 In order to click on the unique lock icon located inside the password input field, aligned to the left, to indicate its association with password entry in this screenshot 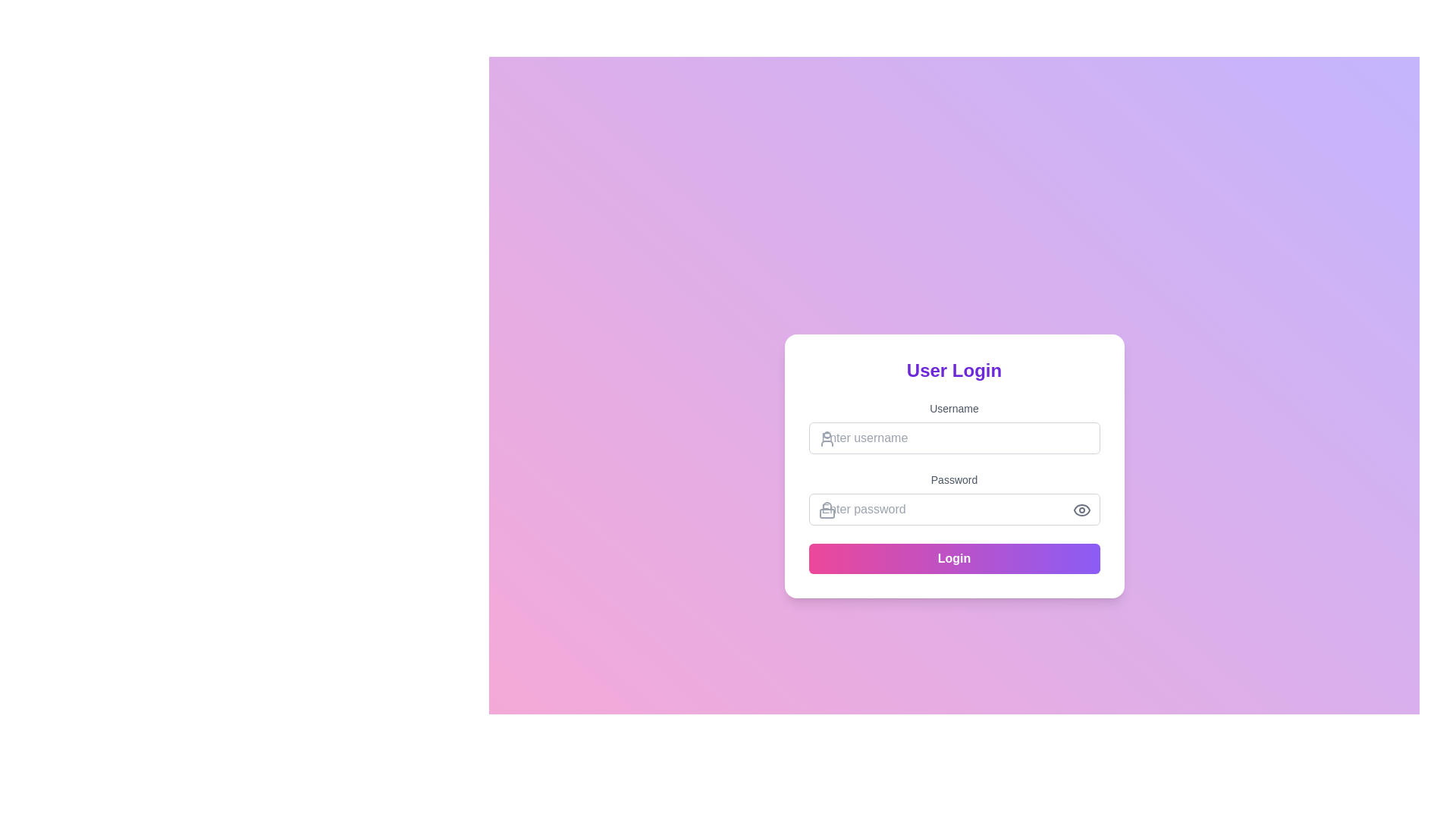, I will do `click(826, 510)`.